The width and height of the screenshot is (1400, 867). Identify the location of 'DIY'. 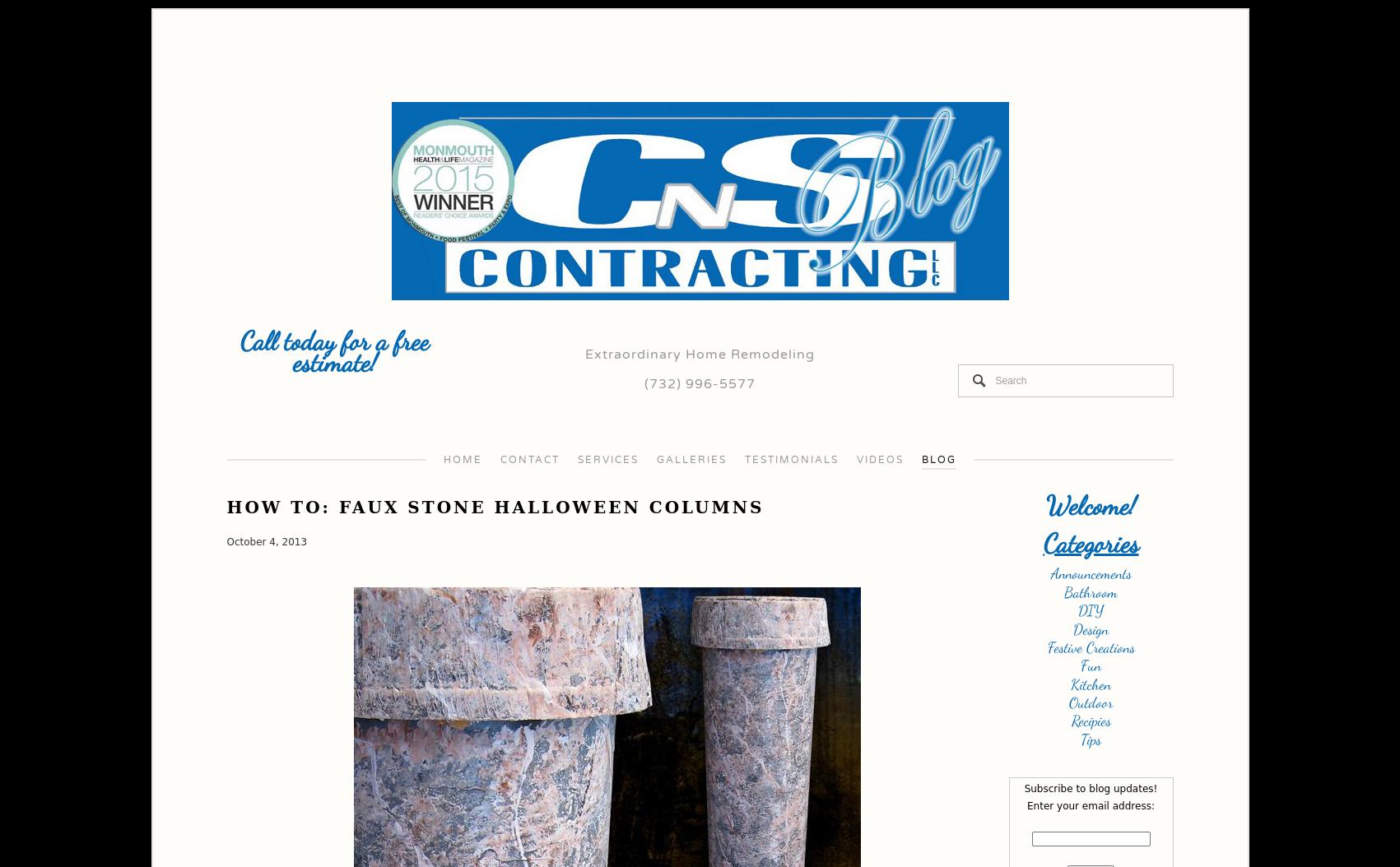
(1091, 610).